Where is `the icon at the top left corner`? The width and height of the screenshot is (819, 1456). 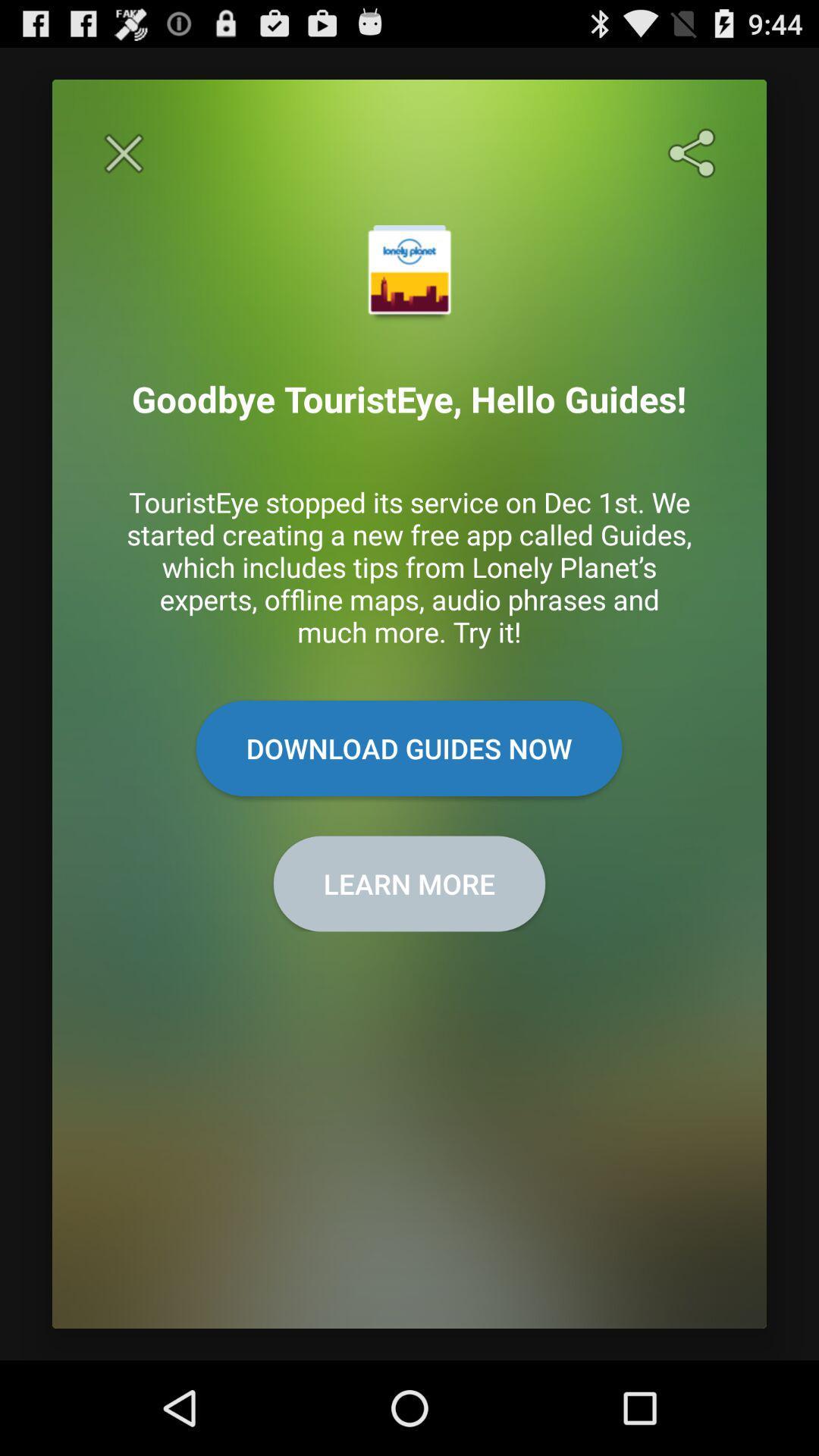 the icon at the top left corner is located at coordinates (123, 153).